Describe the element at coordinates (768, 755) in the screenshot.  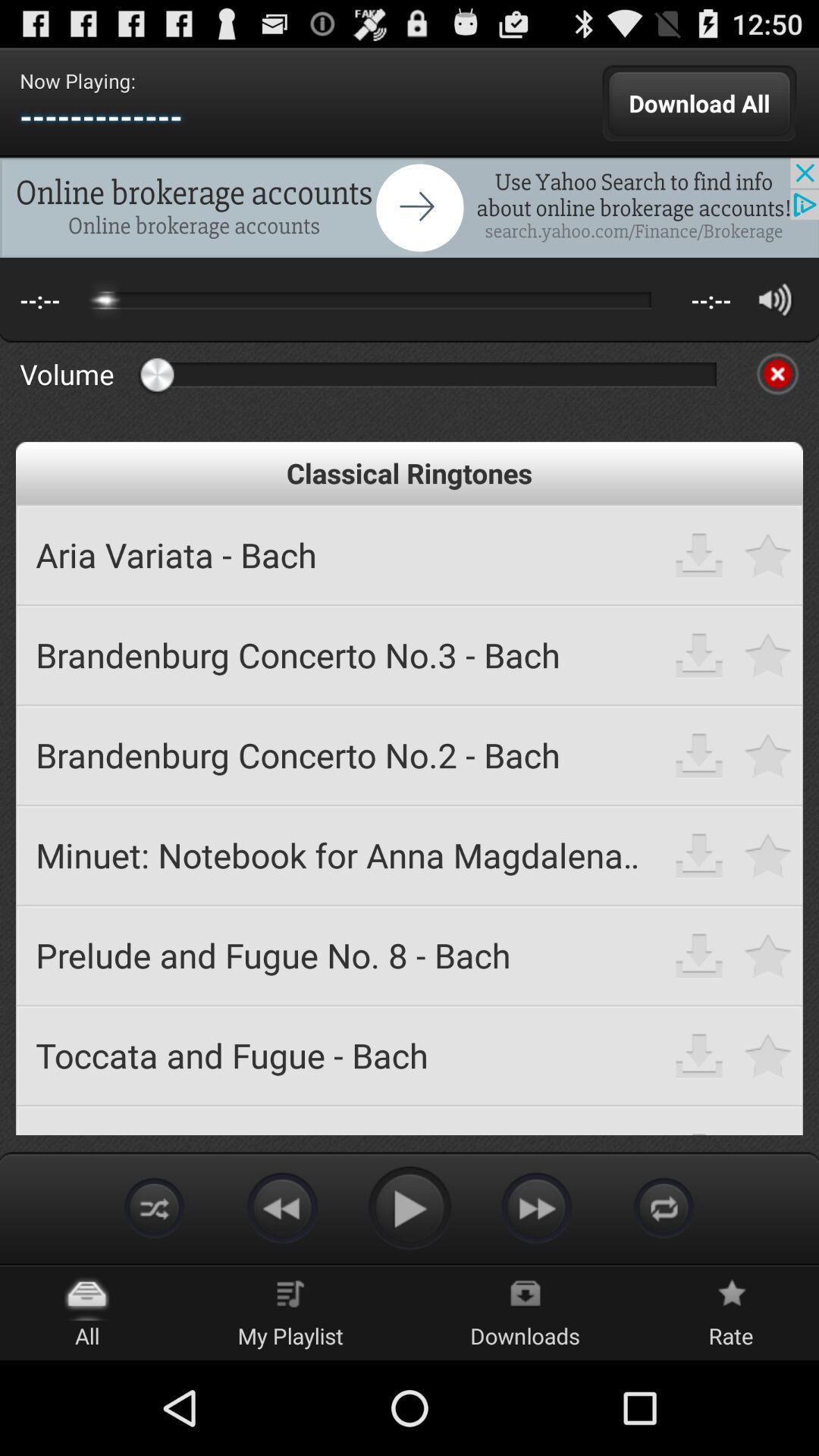
I see `to bookmark button` at that location.